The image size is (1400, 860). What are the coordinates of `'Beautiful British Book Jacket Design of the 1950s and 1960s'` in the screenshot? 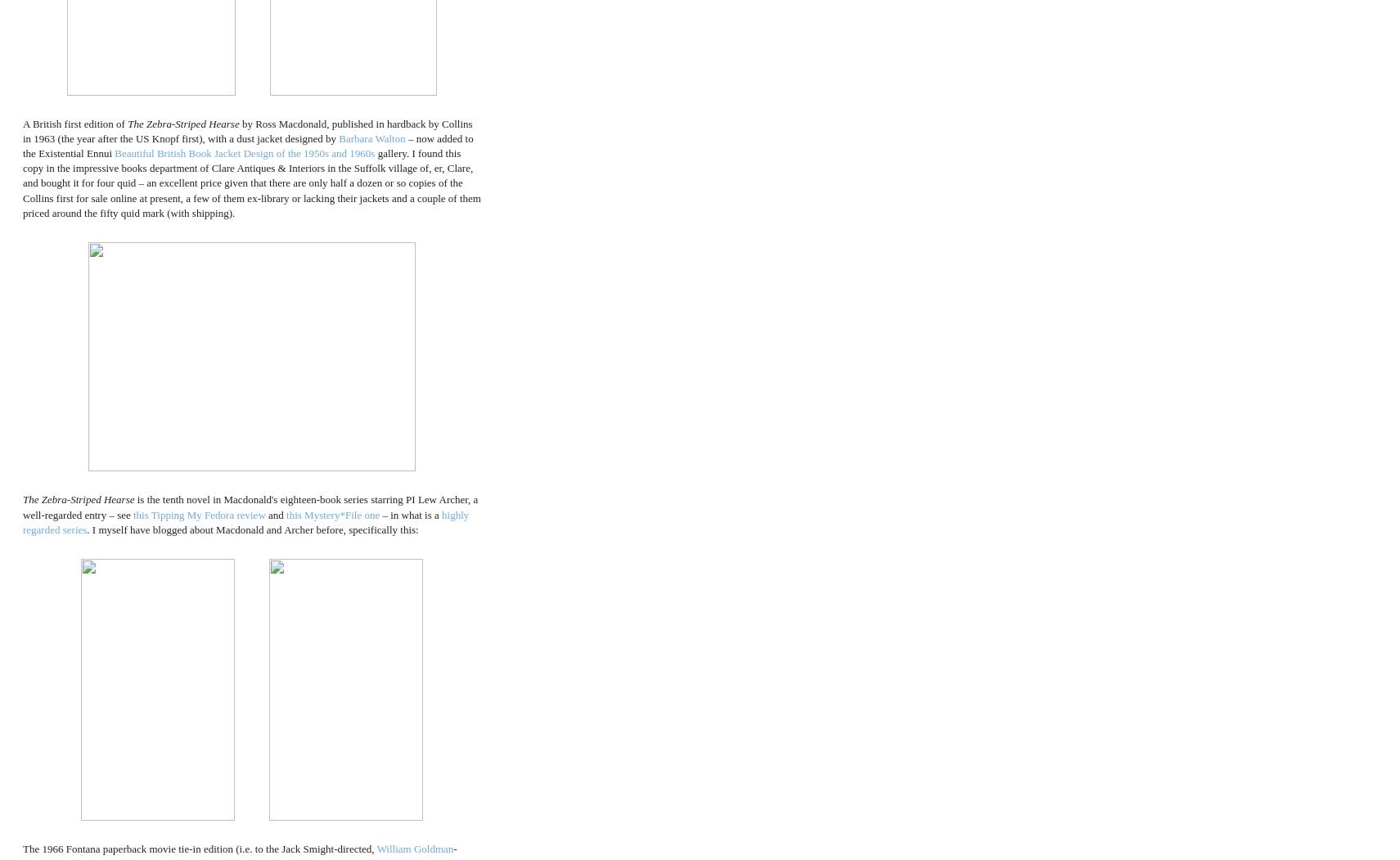 It's located at (245, 153).